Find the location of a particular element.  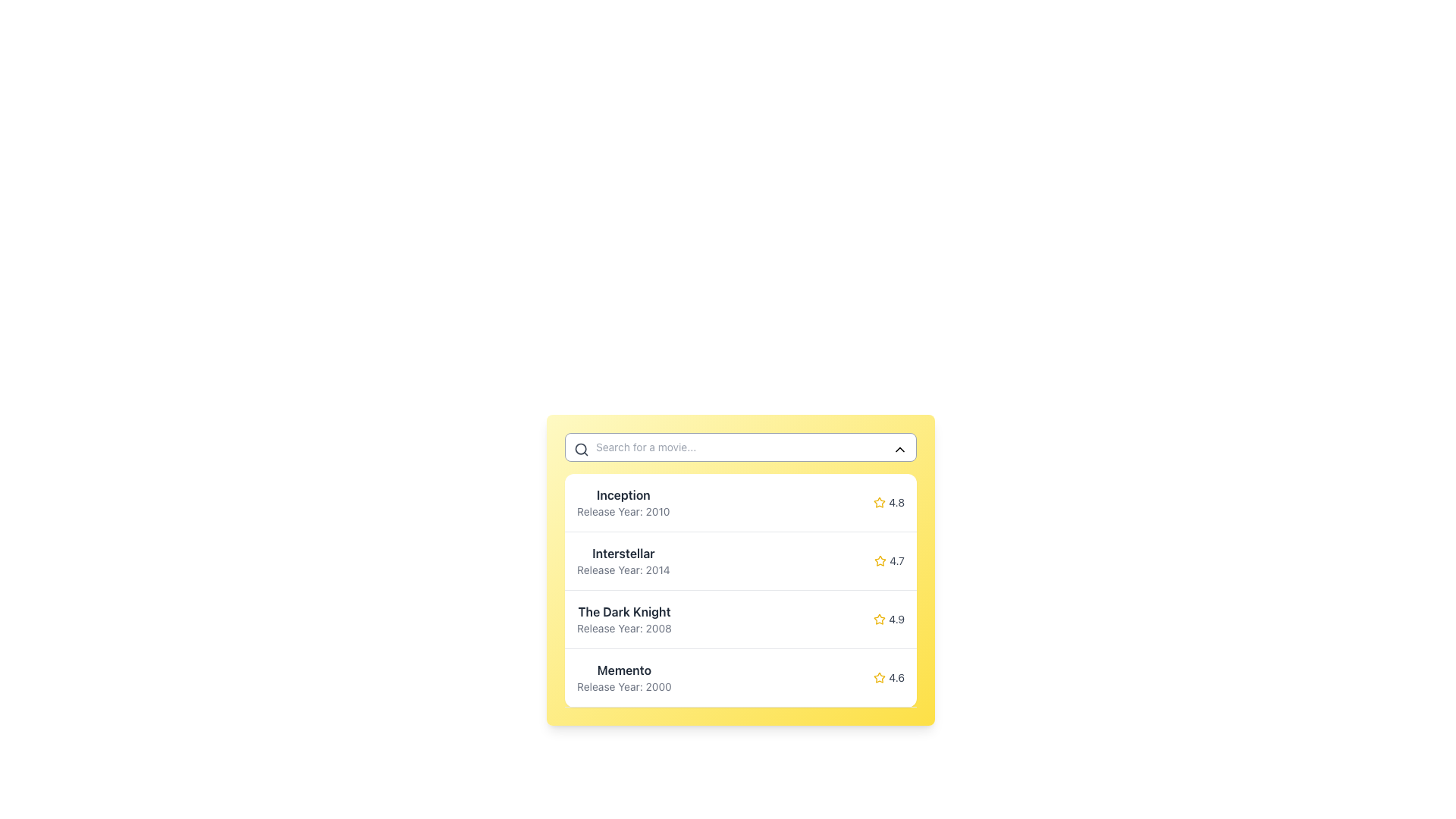

the text element displaying 'Release Year: 2000', which is styled with a smaller font size and gray color, located below the title 'Memento' in the movie listing is located at coordinates (624, 687).